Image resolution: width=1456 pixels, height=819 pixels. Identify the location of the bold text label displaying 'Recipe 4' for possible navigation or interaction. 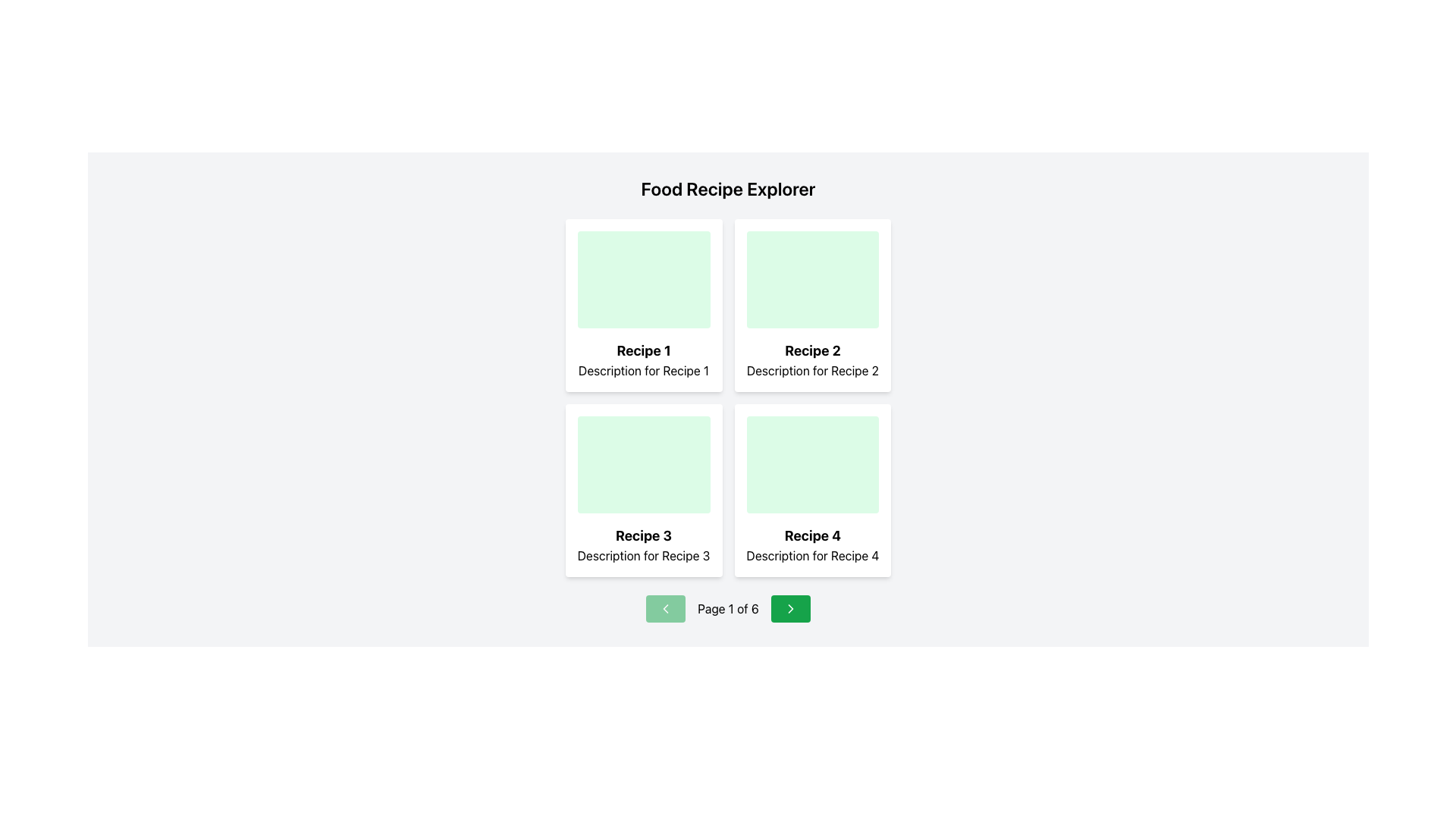
(811, 535).